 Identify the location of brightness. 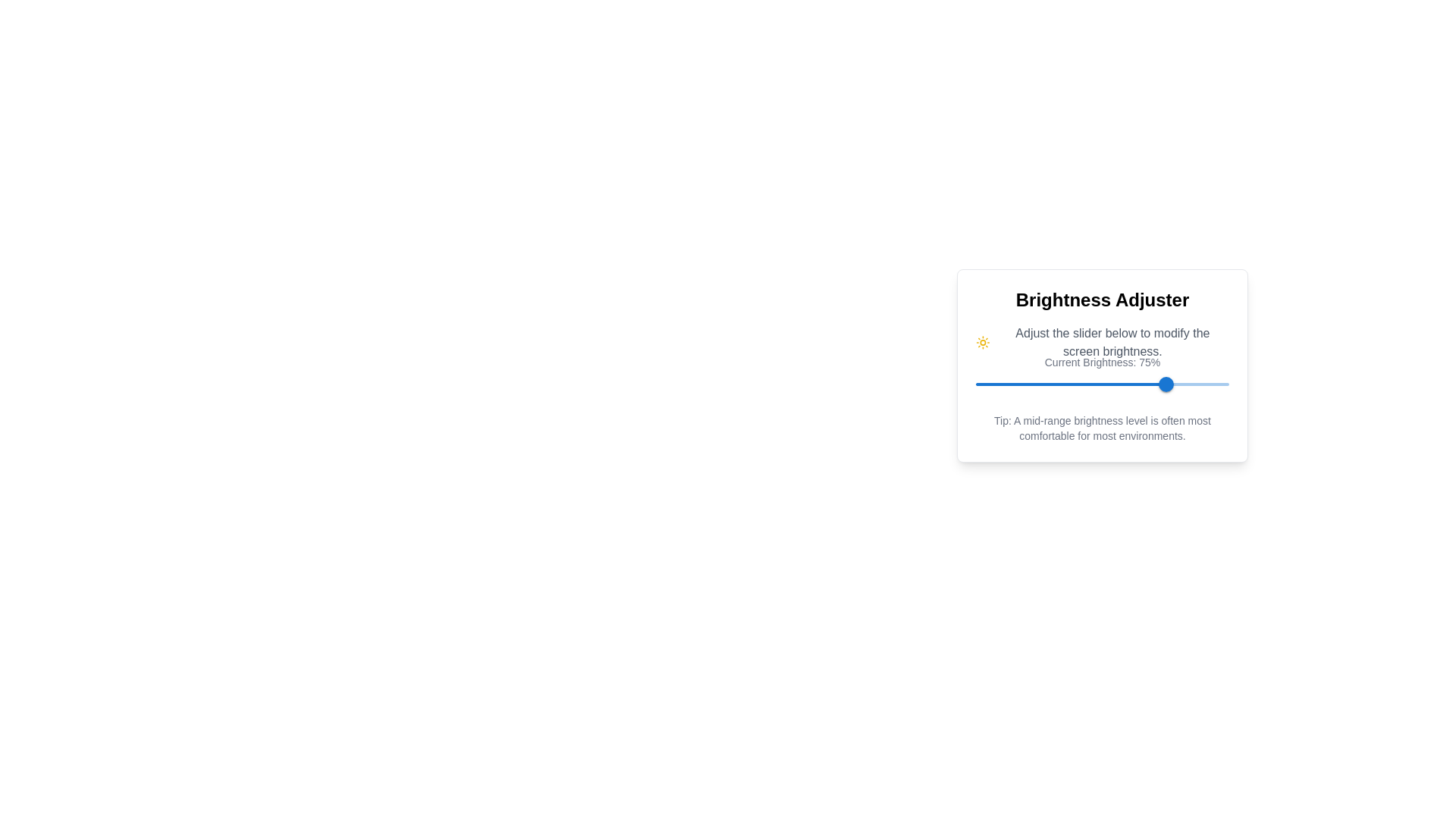
(1159, 383).